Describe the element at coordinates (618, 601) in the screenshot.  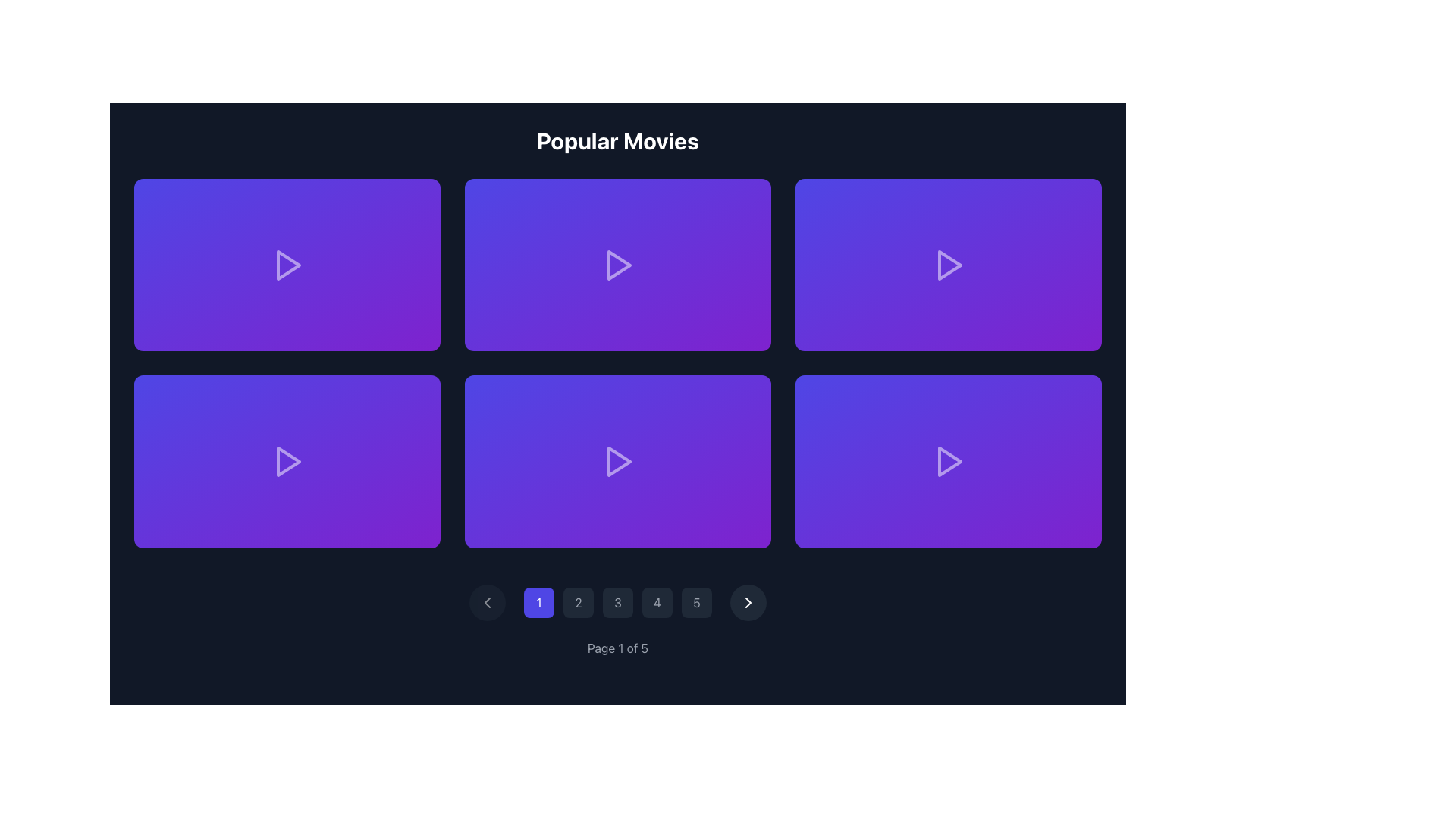
I see `the button displaying the number '3', which is styled as a square with a rounded border and located in the center of the navigation controls below the main content grid` at that location.